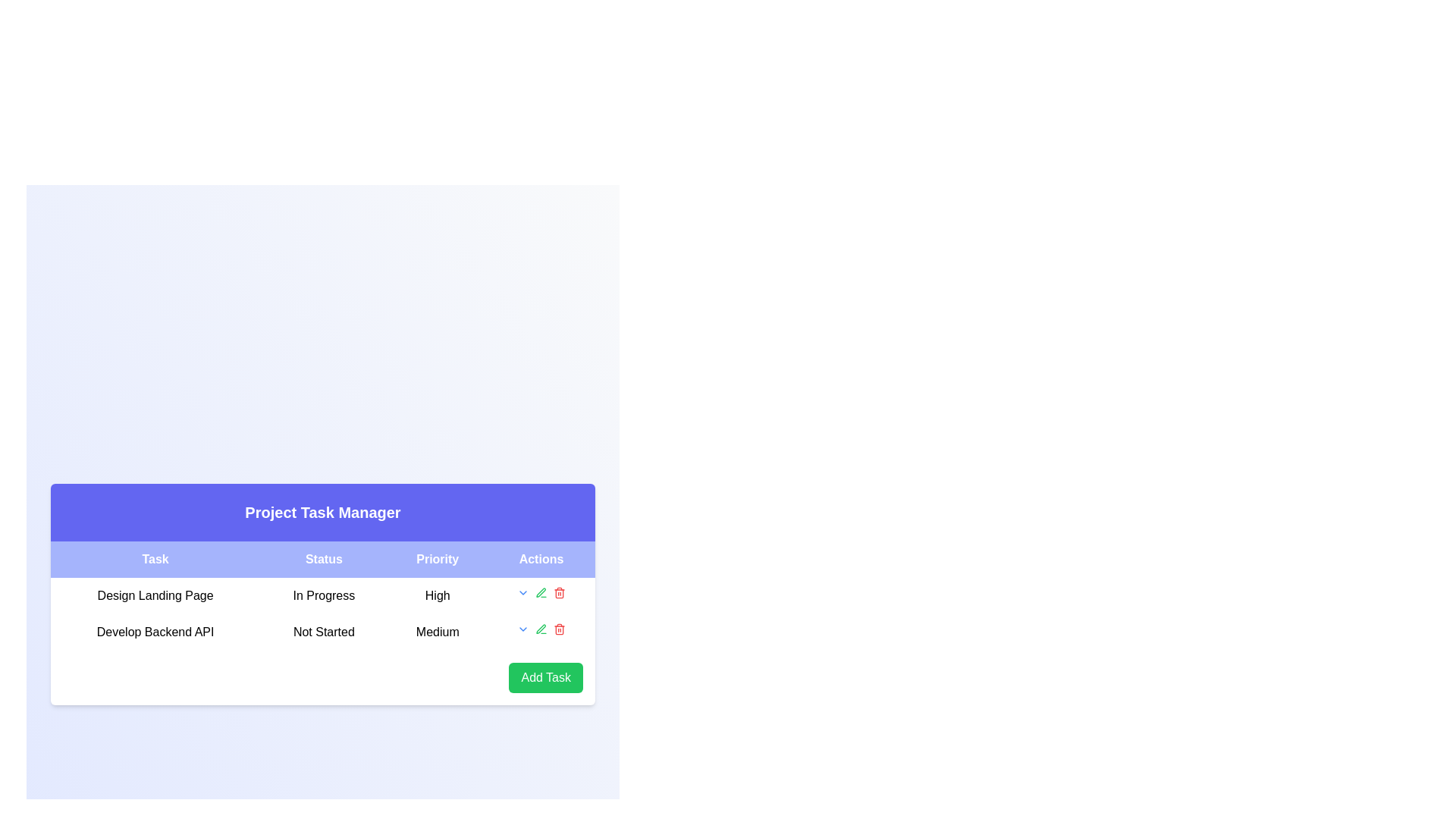 The height and width of the screenshot is (819, 1456). Describe the element at coordinates (437, 632) in the screenshot. I see `the 'Priority' label in the second row of the table in the 'Project Task Manager' interface to indicate the task's priority level` at that location.